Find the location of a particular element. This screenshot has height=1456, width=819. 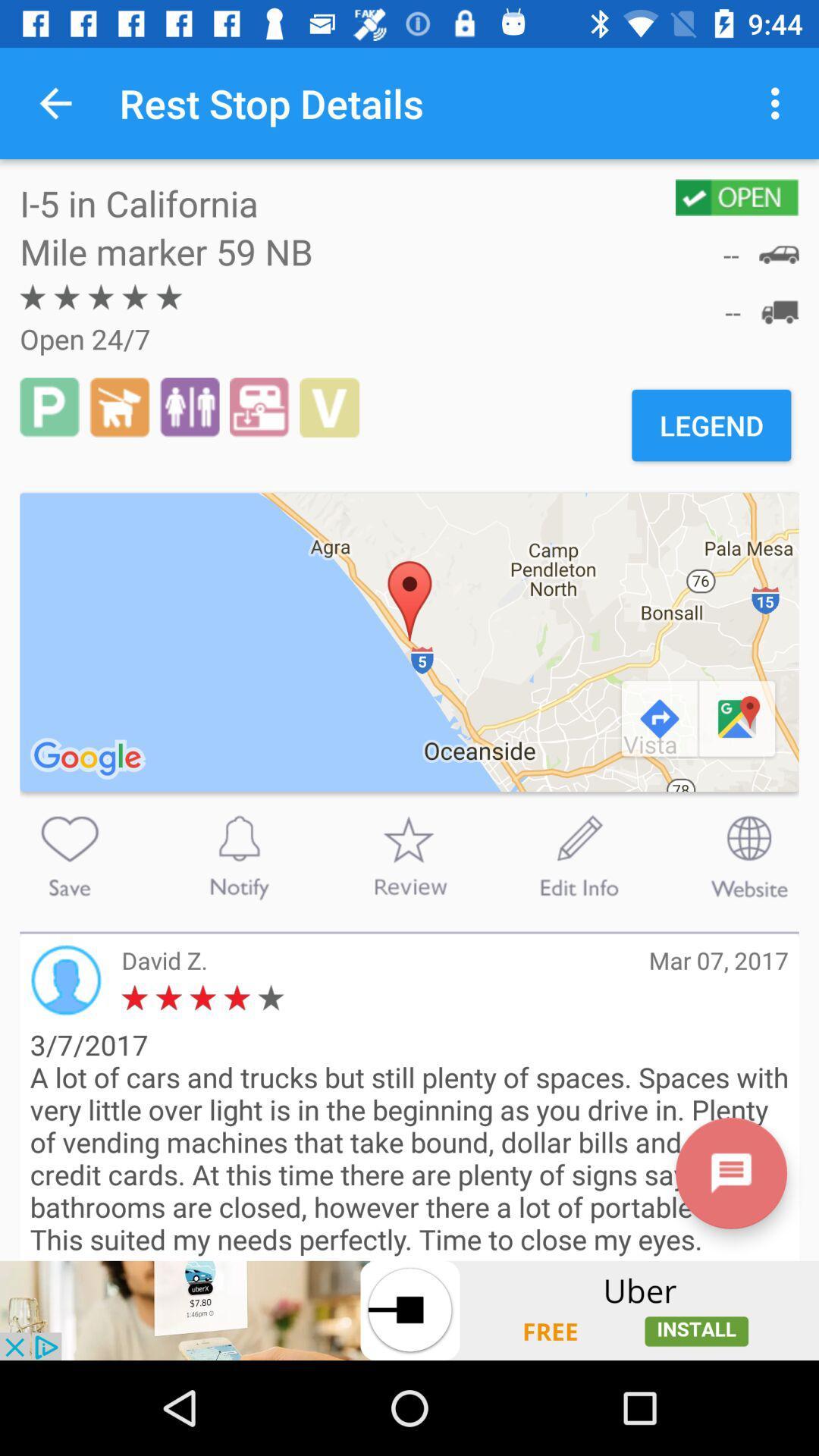

read more text is located at coordinates (730, 1172).